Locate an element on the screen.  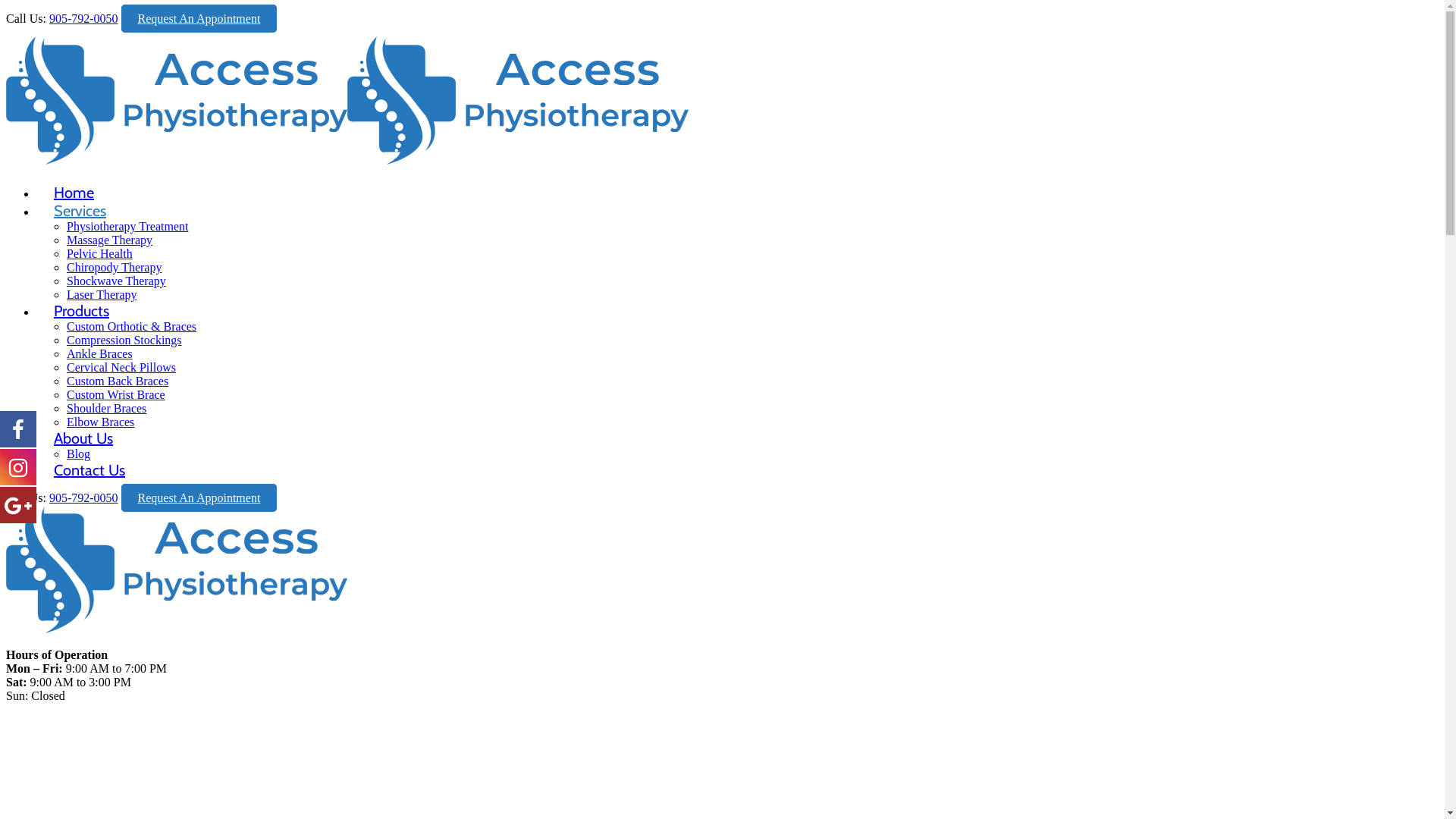
'Products' is located at coordinates (80, 298).